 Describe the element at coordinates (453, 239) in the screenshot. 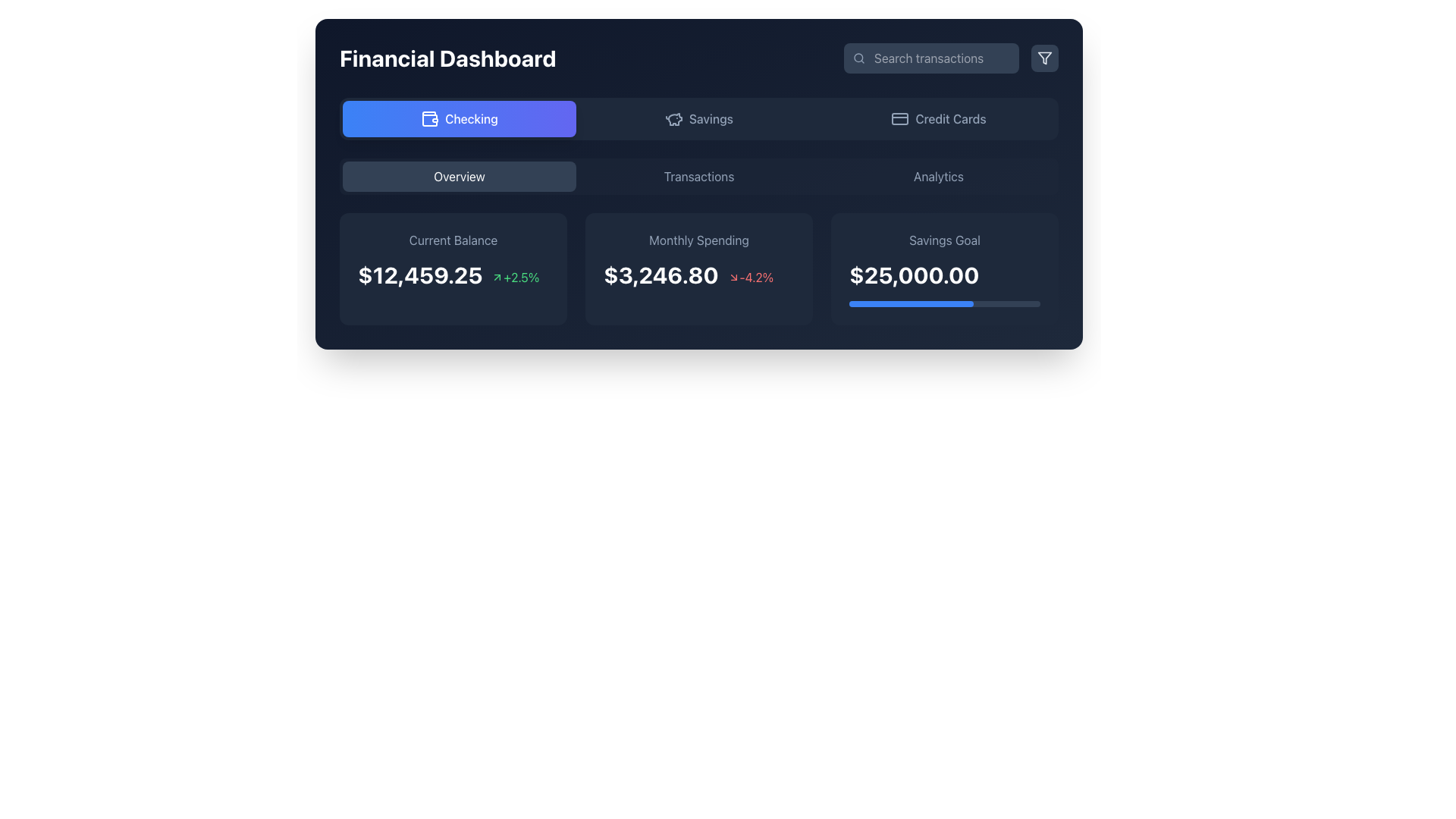

I see `the 'Current Balance' text label, which is a lighter shade subtitle within the 'Checking' tab interface, positioned above the monetary value '$12,459.25'` at that location.